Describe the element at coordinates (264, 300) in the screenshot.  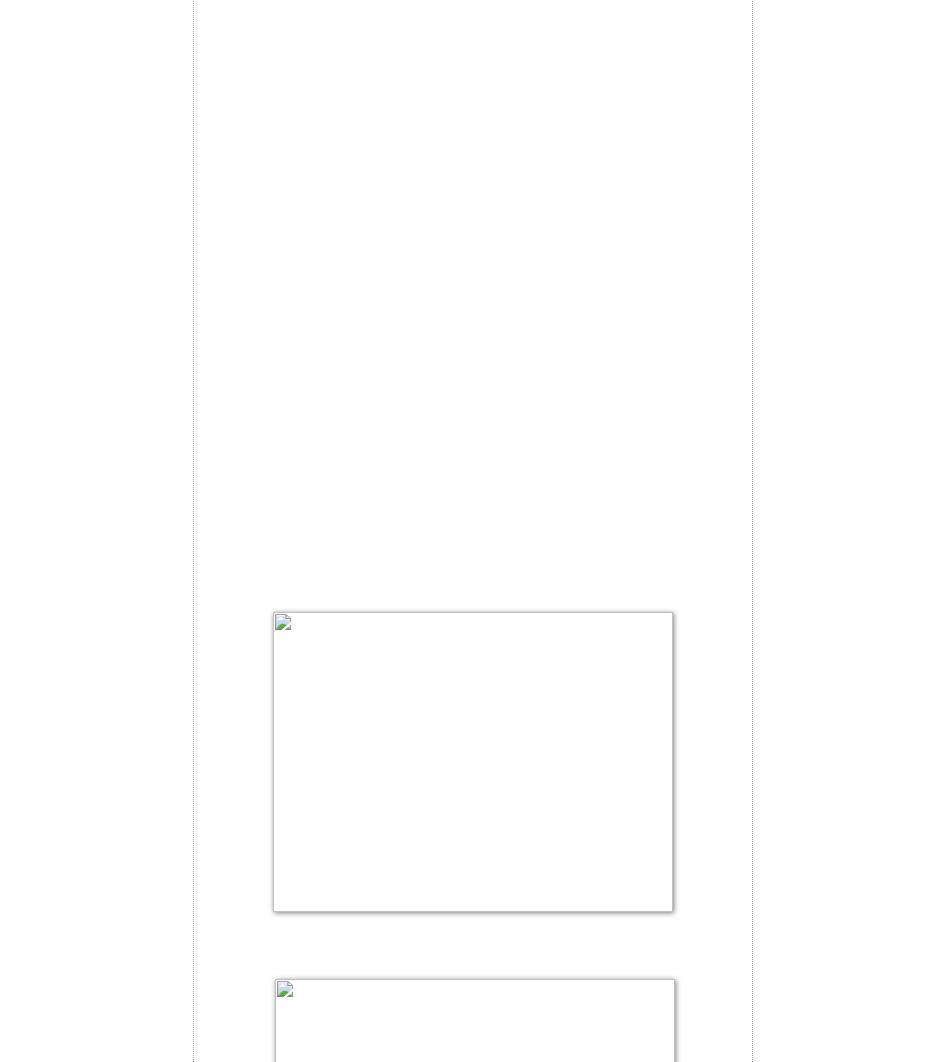
I see `'Bread preparation:'` at that location.